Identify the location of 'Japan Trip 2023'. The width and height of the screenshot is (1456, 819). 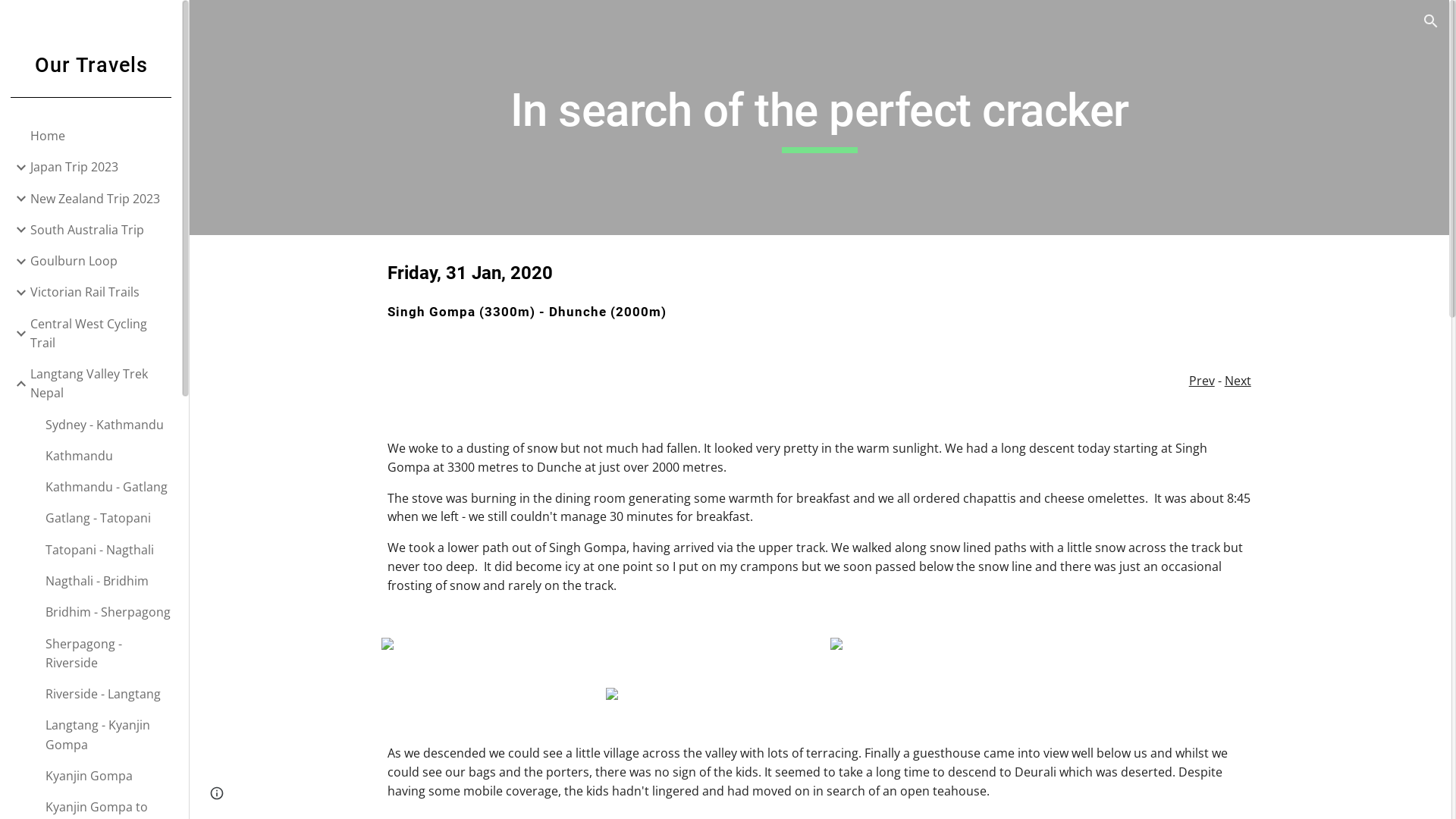
(99, 167).